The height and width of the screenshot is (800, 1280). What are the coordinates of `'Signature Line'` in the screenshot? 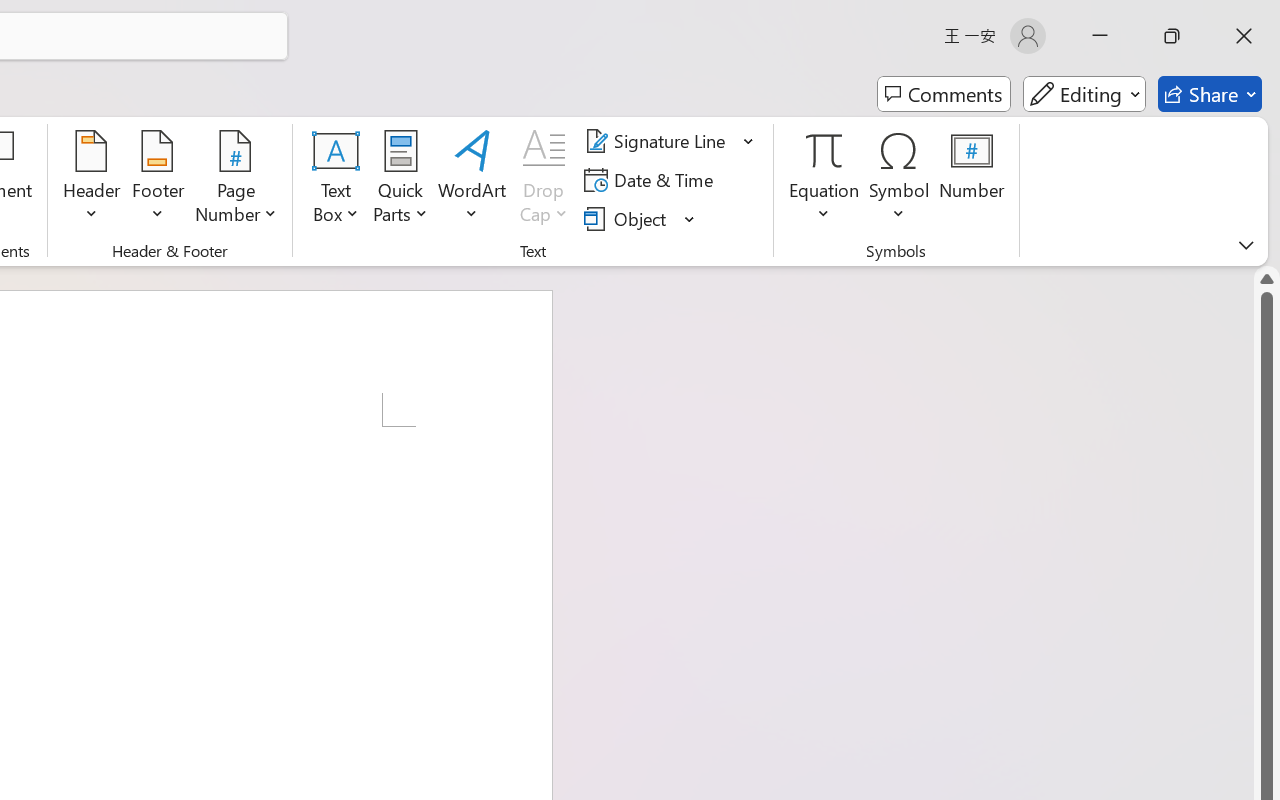 It's located at (670, 141).